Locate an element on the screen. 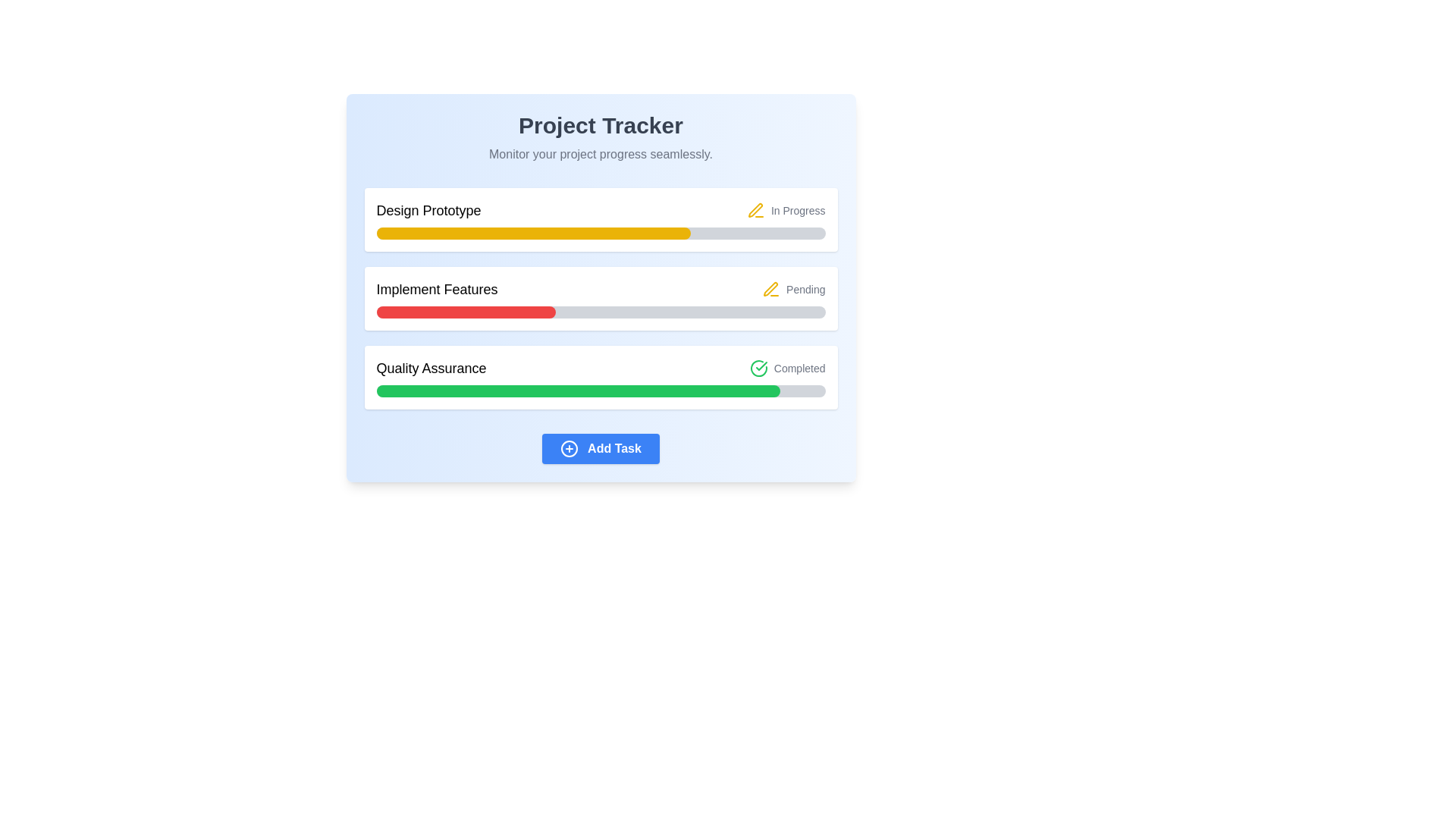  the progress bar is located at coordinates (681, 234).